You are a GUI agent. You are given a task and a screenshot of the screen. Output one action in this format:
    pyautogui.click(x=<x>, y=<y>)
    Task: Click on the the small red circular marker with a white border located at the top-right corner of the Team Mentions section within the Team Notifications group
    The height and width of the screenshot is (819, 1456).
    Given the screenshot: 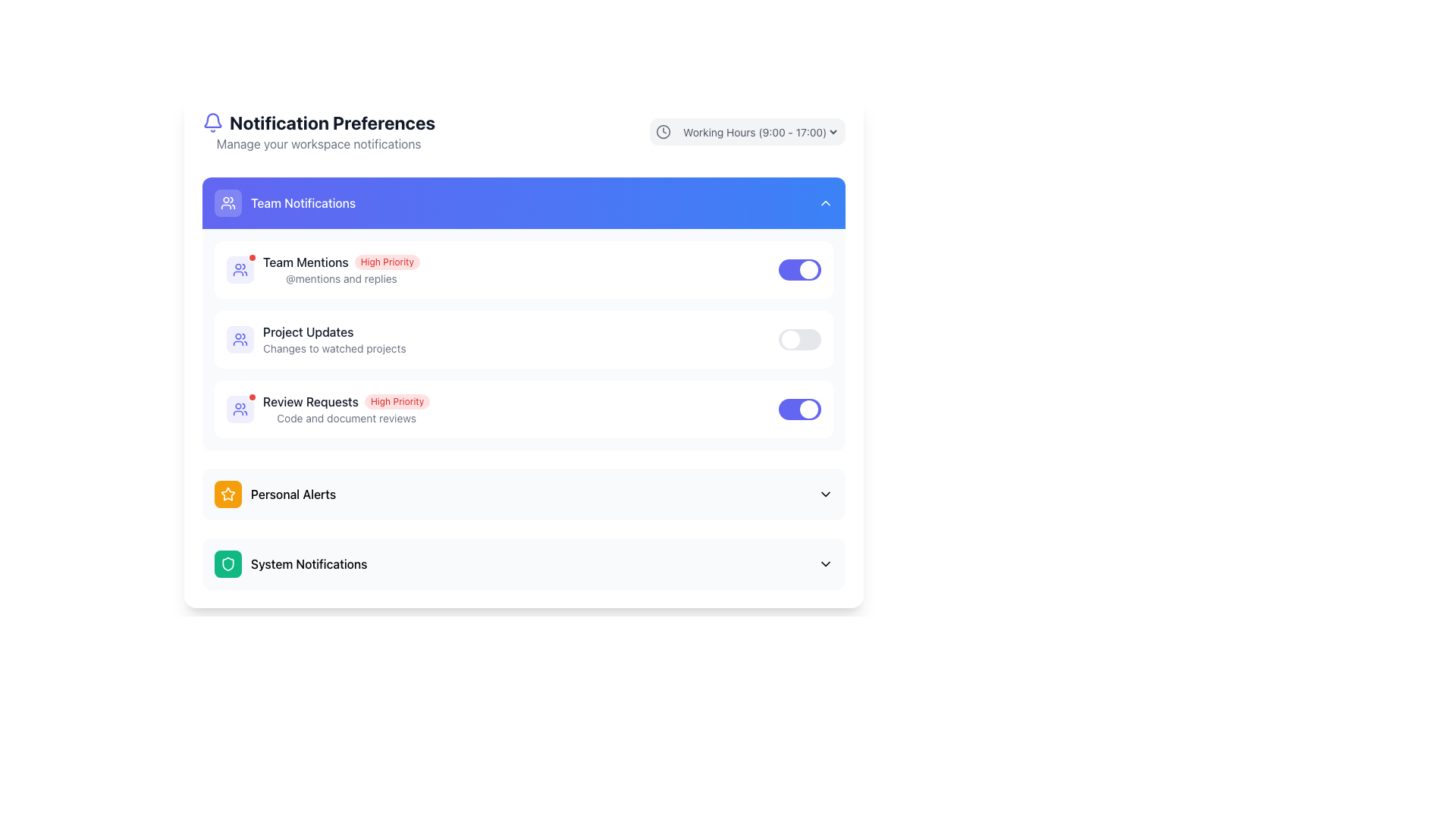 What is the action you would take?
    pyautogui.click(x=252, y=256)
    